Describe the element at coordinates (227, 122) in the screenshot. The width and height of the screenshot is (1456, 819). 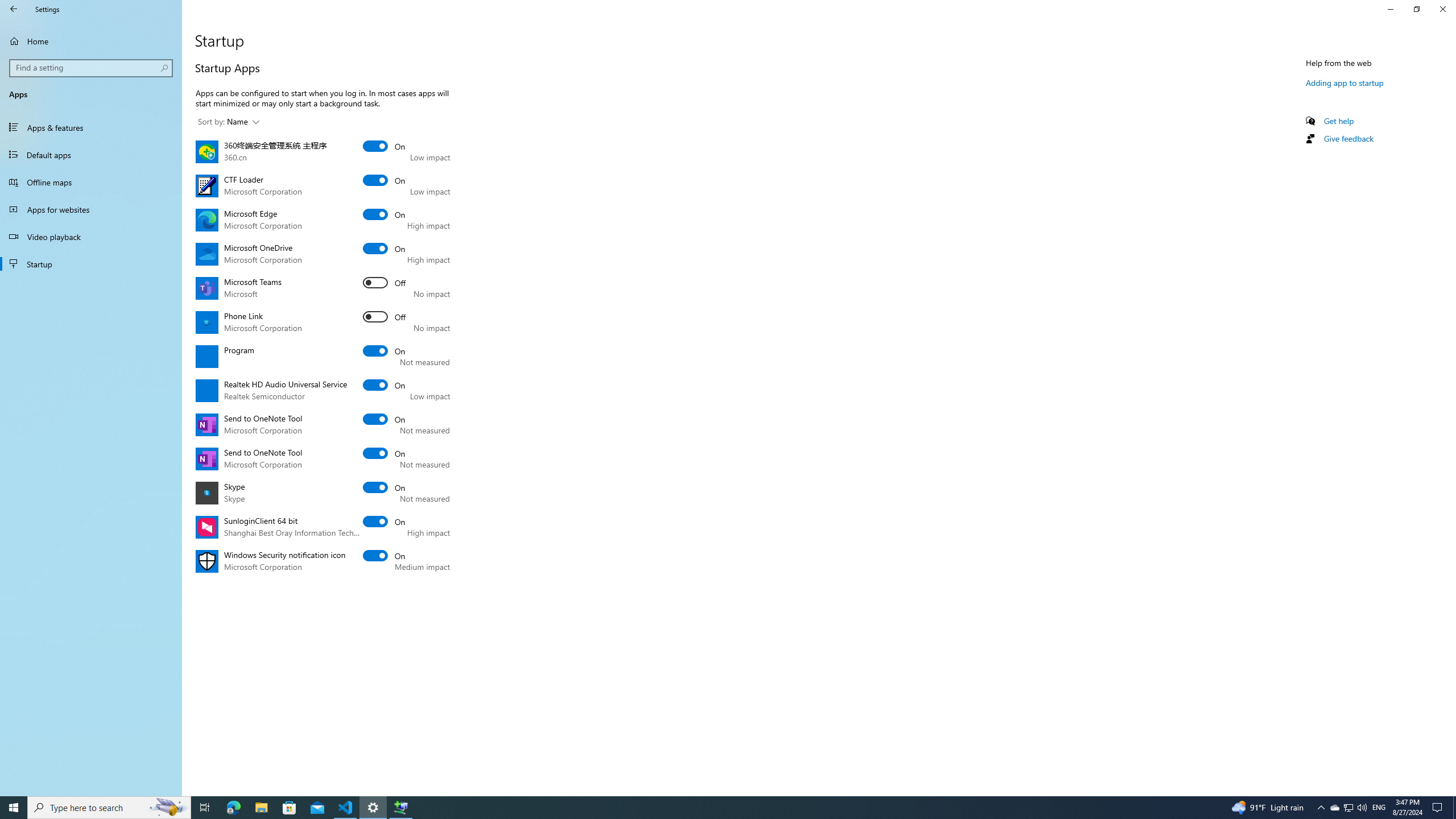
I see `'Sort by: Name'` at that location.